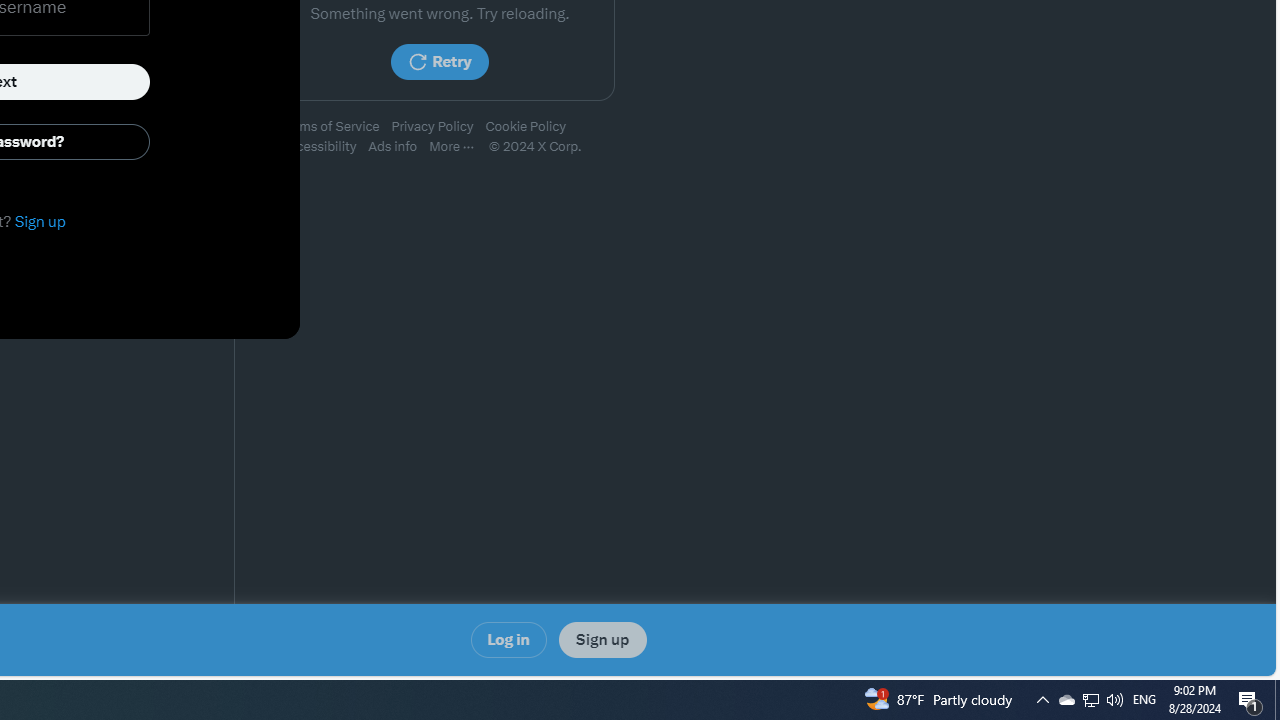 This screenshot has height=720, width=1280. Describe the element at coordinates (508, 640) in the screenshot. I see `'Log in'` at that location.